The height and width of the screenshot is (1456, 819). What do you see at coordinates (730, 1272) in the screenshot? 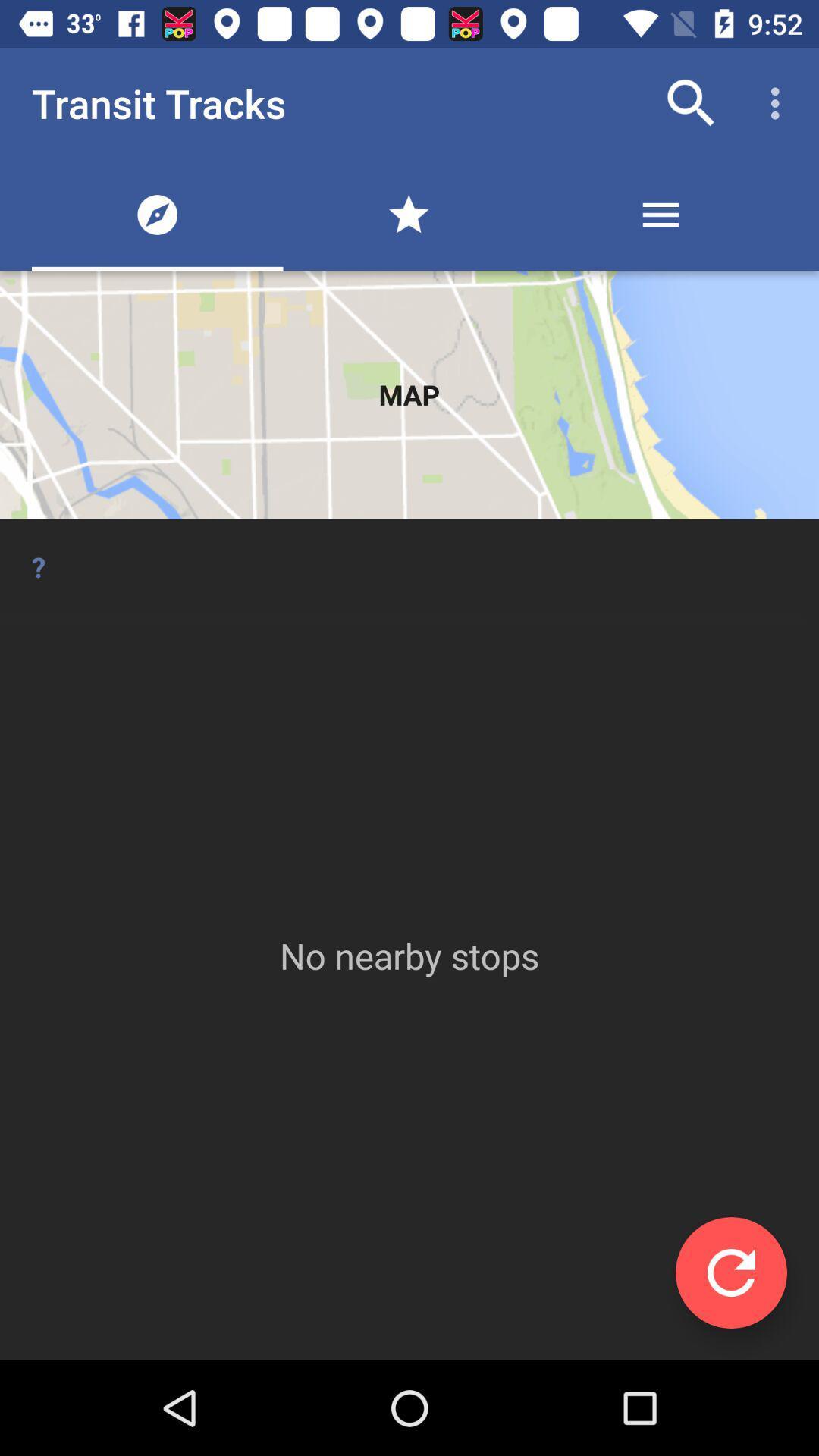
I see `the refresh icon` at bounding box center [730, 1272].